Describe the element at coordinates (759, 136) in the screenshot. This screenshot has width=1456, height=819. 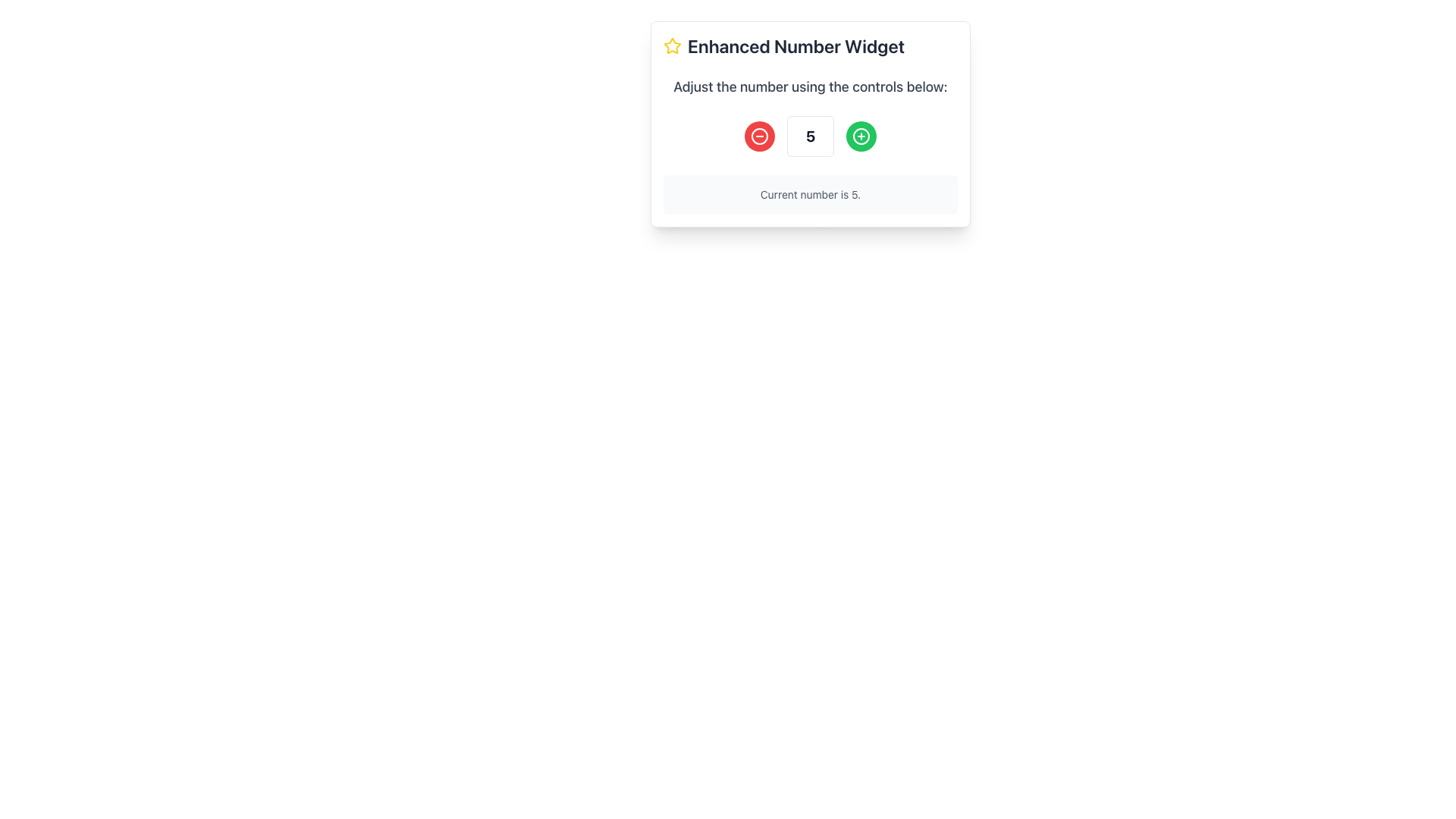
I see `the circular red button with a white minus (-) symbol to observe the hover effect` at that location.